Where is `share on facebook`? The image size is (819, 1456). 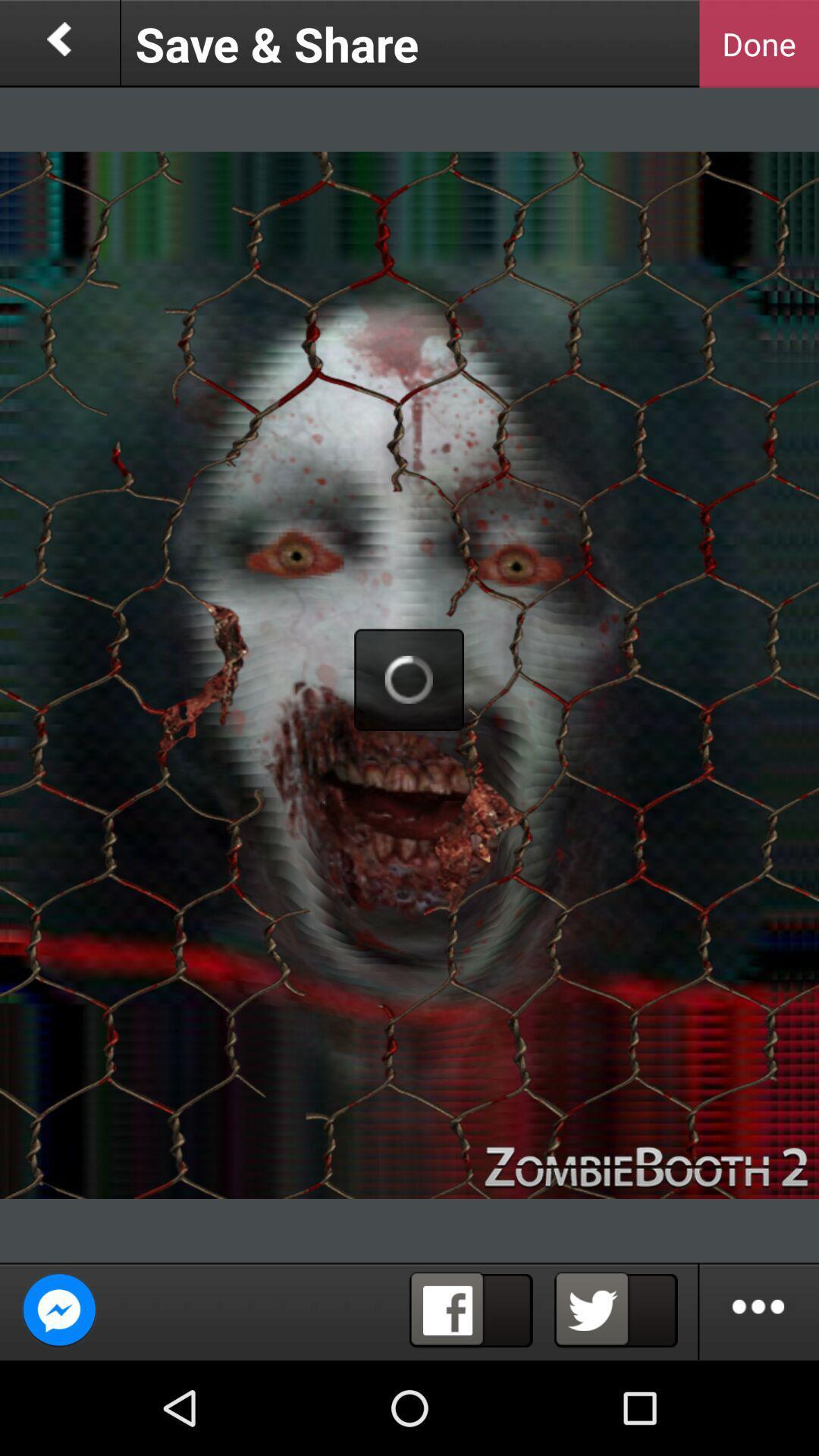 share on facebook is located at coordinates (470, 1310).